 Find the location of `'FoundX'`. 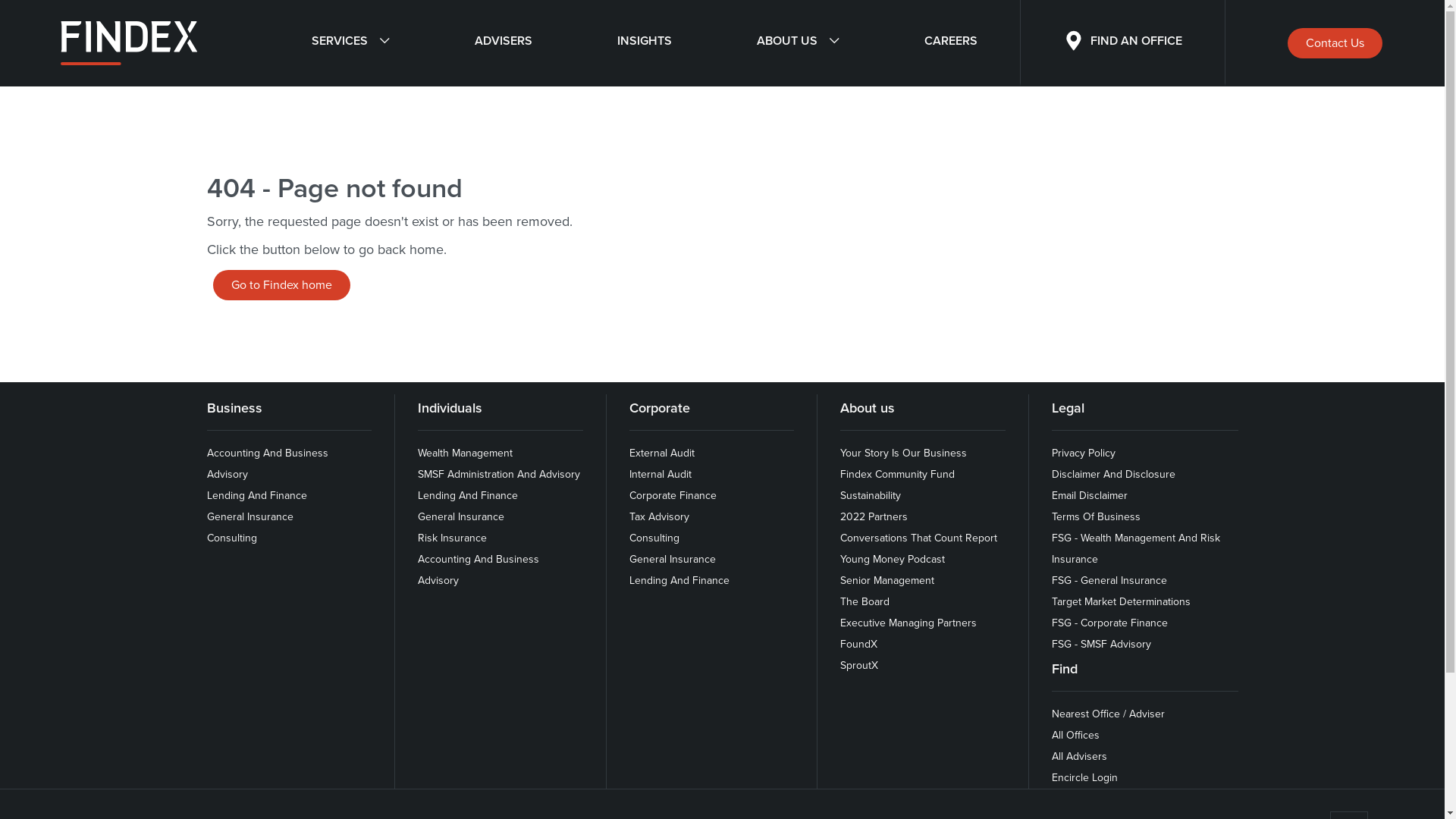

'FoundX' is located at coordinates (858, 644).